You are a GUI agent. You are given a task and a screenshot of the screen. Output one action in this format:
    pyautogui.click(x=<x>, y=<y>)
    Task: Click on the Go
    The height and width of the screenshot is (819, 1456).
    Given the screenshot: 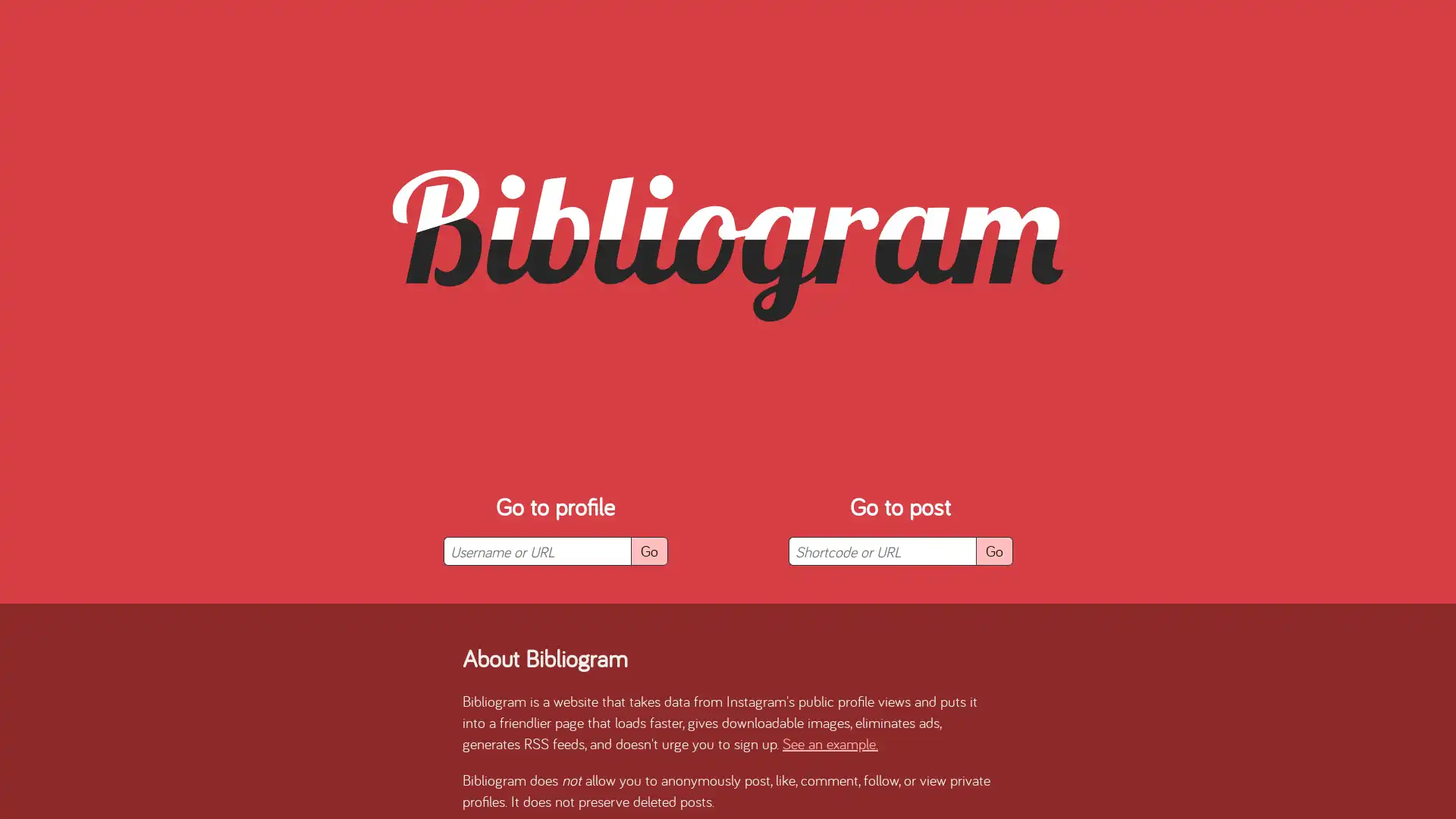 What is the action you would take?
    pyautogui.click(x=993, y=551)
    